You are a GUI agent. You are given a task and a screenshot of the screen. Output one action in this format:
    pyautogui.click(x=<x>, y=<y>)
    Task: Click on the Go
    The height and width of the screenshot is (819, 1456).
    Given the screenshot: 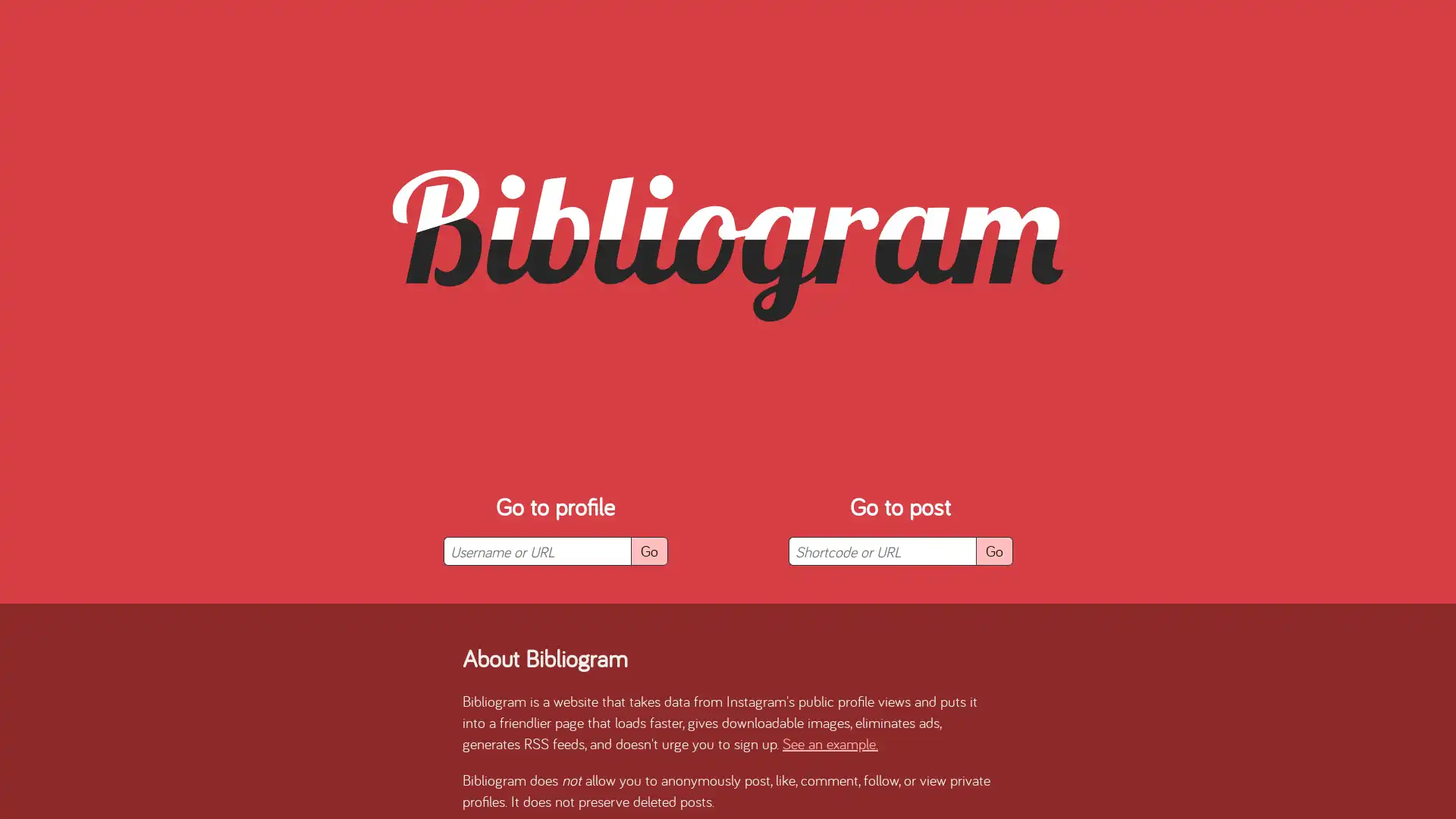 What is the action you would take?
    pyautogui.click(x=993, y=551)
    